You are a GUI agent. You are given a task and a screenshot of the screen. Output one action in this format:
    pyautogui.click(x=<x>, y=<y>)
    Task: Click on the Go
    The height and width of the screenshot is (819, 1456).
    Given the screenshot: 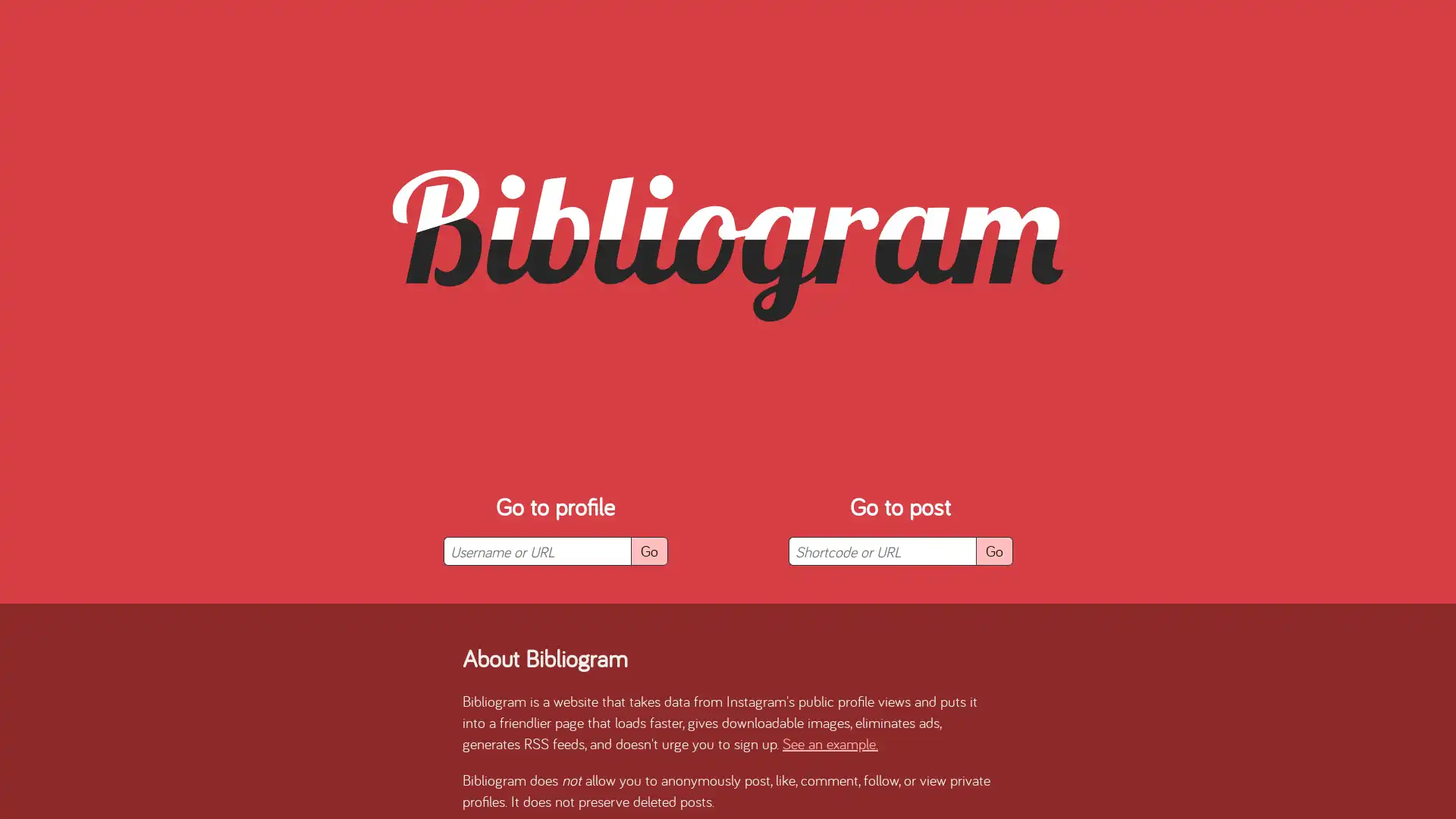 What is the action you would take?
    pyautogui.click(x=993, y=551)
    